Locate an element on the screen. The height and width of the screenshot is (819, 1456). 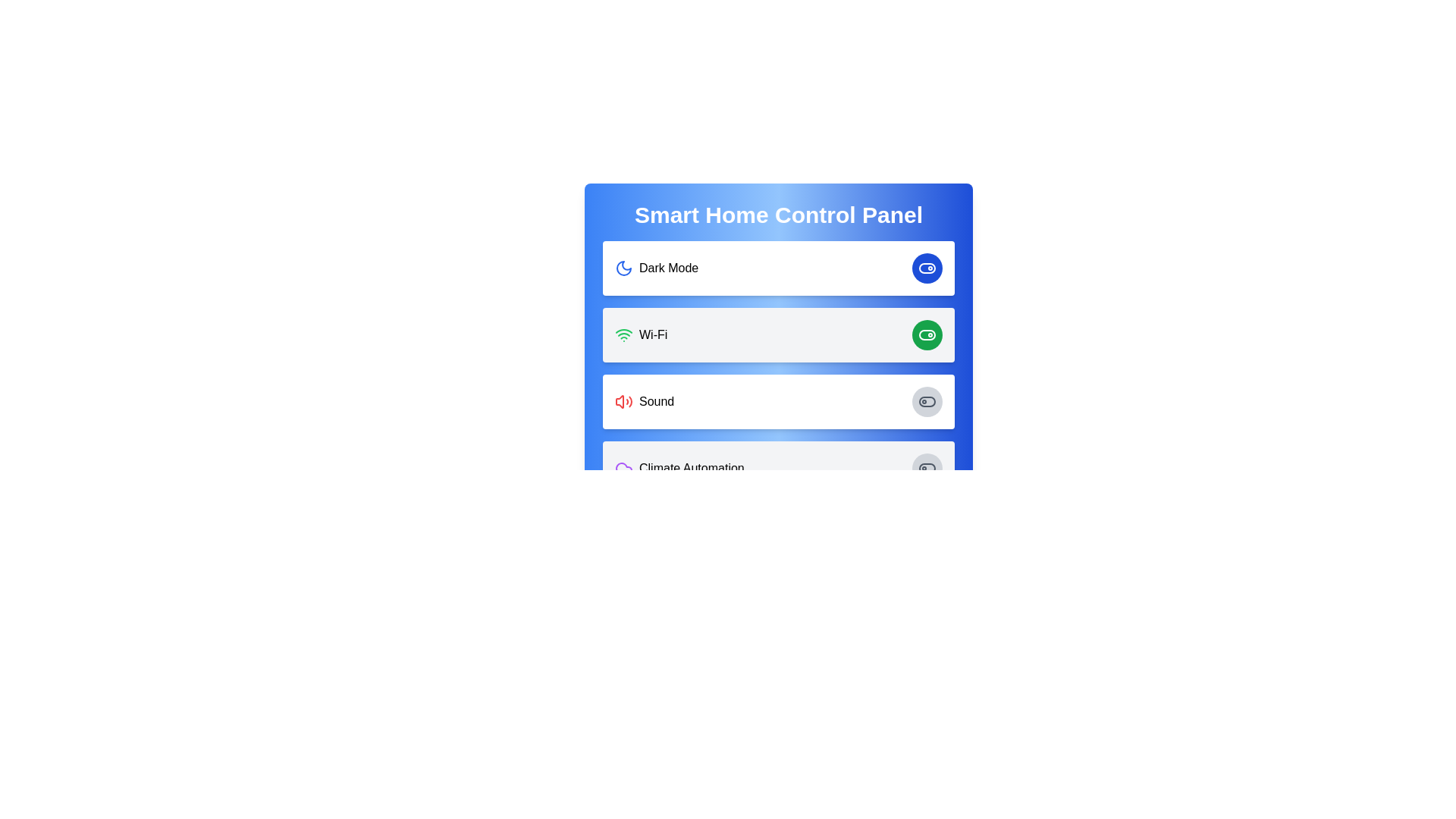
the background shape of the 'Dark Mode' toggle control, which is visually represented in its active state within the blue-colored toggle control at the top of the smart home control panel is located at coordinates (927, 268).